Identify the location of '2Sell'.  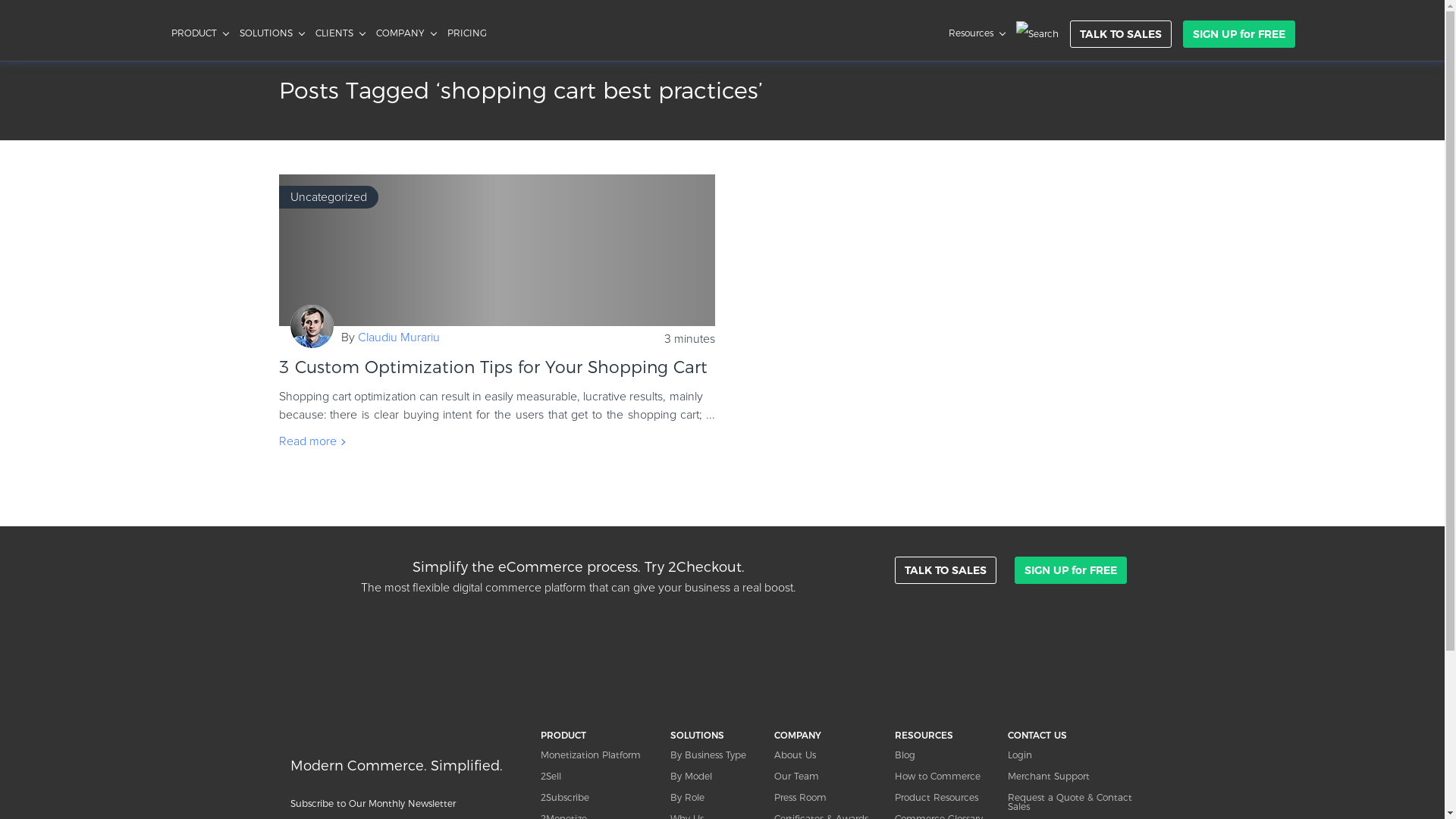
(596, 776).